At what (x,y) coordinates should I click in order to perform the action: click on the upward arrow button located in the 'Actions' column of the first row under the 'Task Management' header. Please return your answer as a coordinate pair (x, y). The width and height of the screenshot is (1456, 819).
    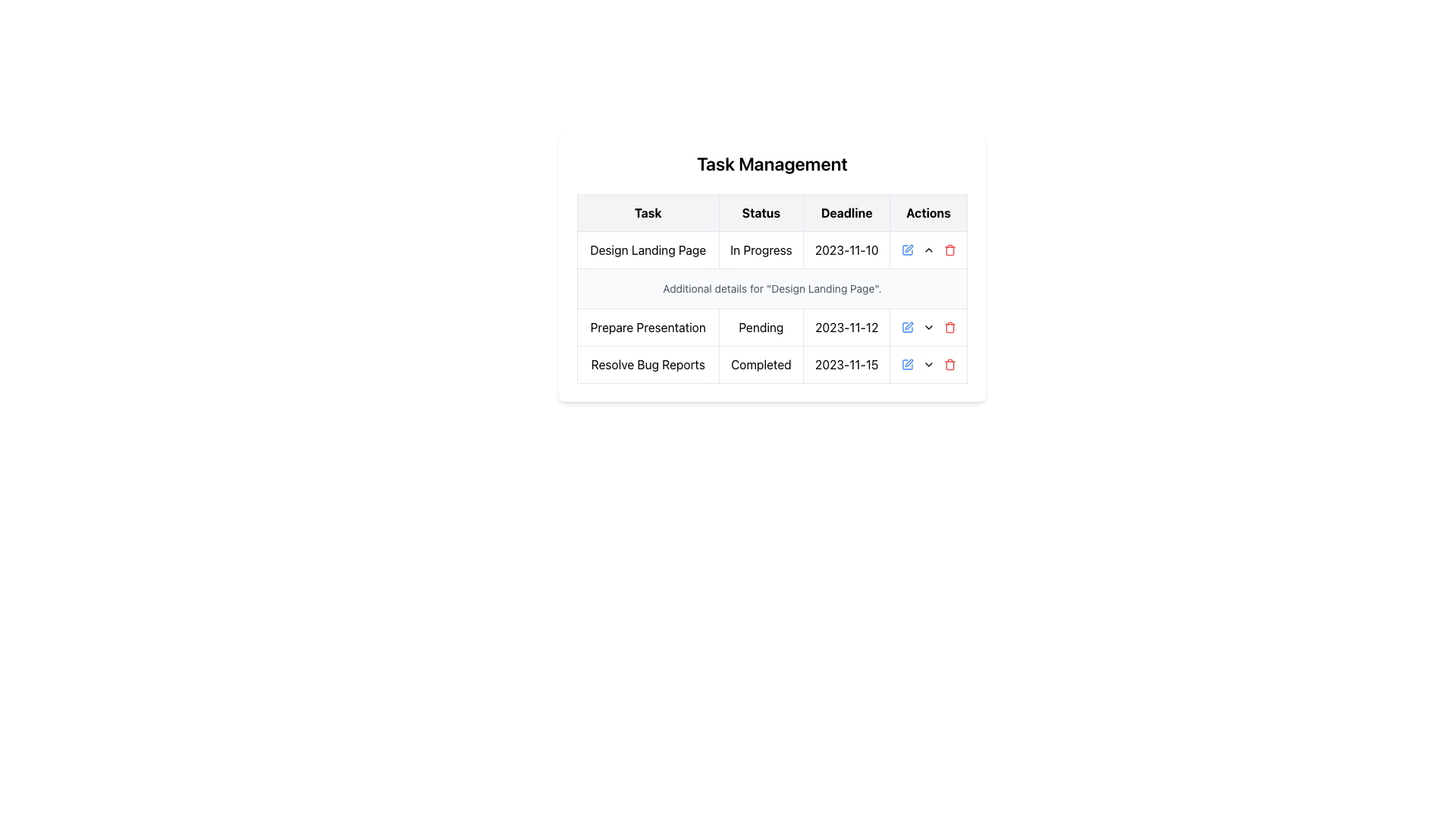
    Looking at the image, I should click on (927, 249).